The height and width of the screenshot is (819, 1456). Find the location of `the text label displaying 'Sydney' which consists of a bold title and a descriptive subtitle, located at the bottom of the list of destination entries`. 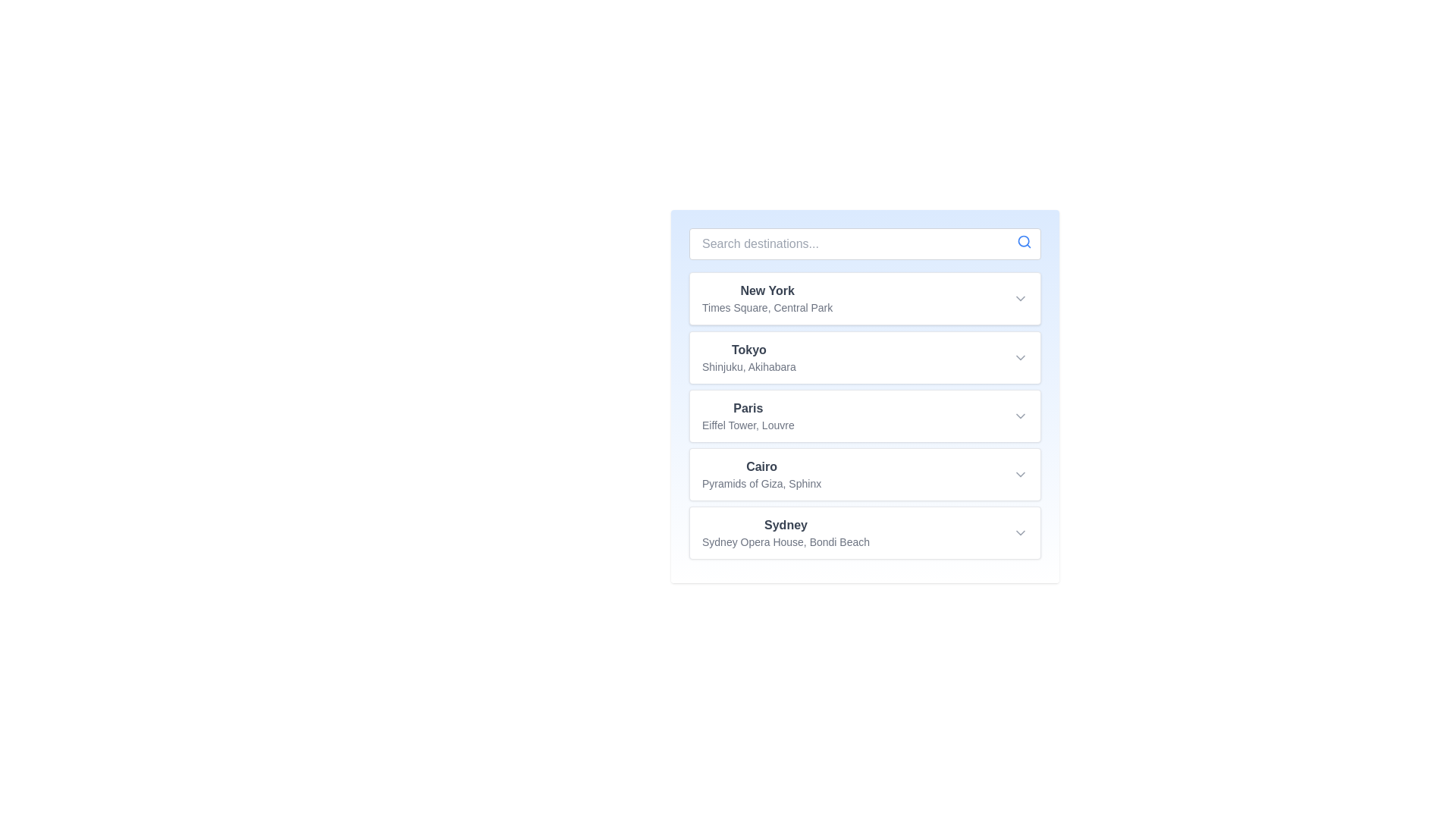

the text label displaying 'Sydney' which consists of a bold title and a descriptive subtitle, located at the bottom of the list of destination entries is located at coordinates (786, 532).